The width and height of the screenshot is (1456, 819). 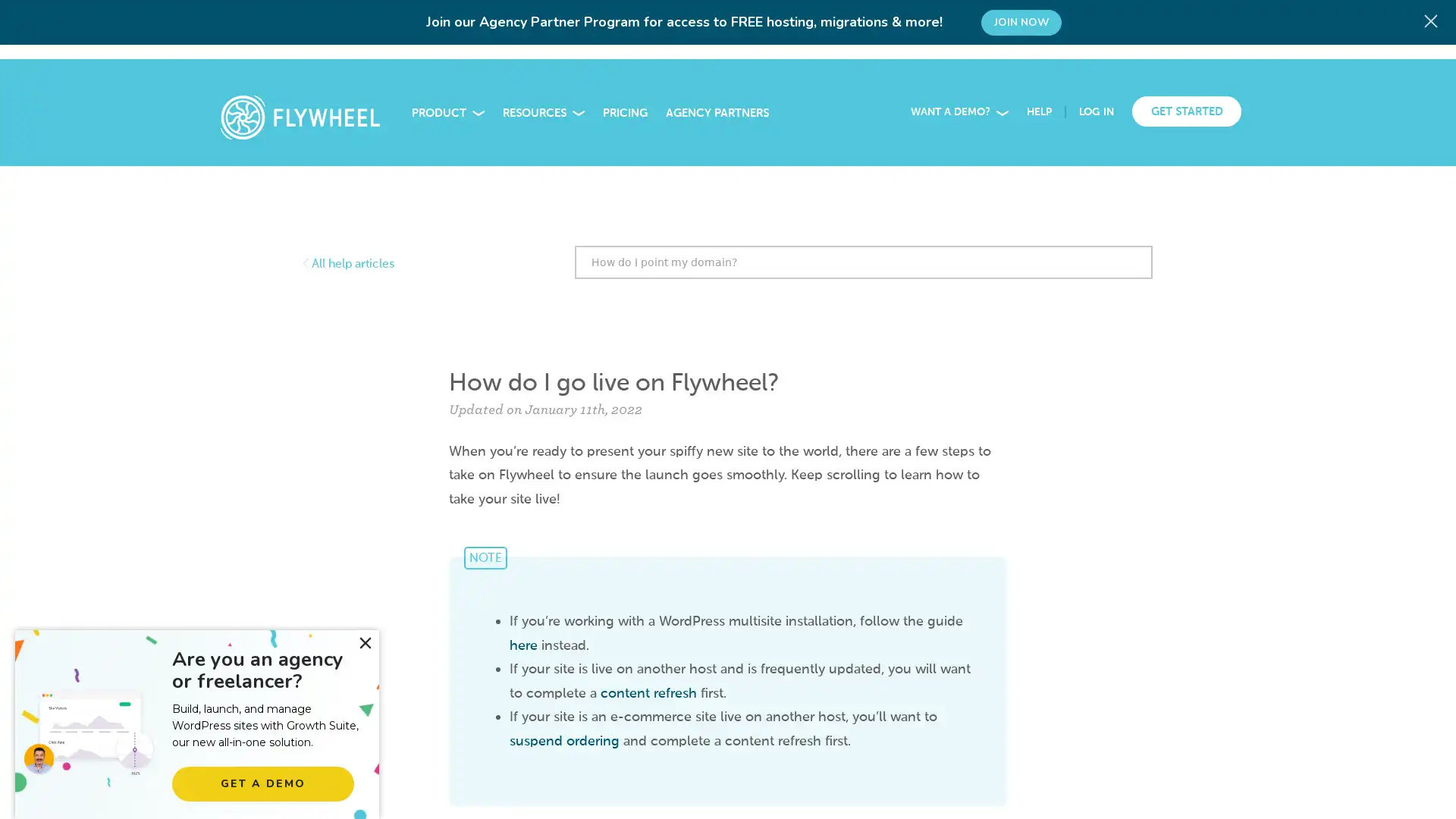 I want to click on Close, so click(x=1433, y=19).